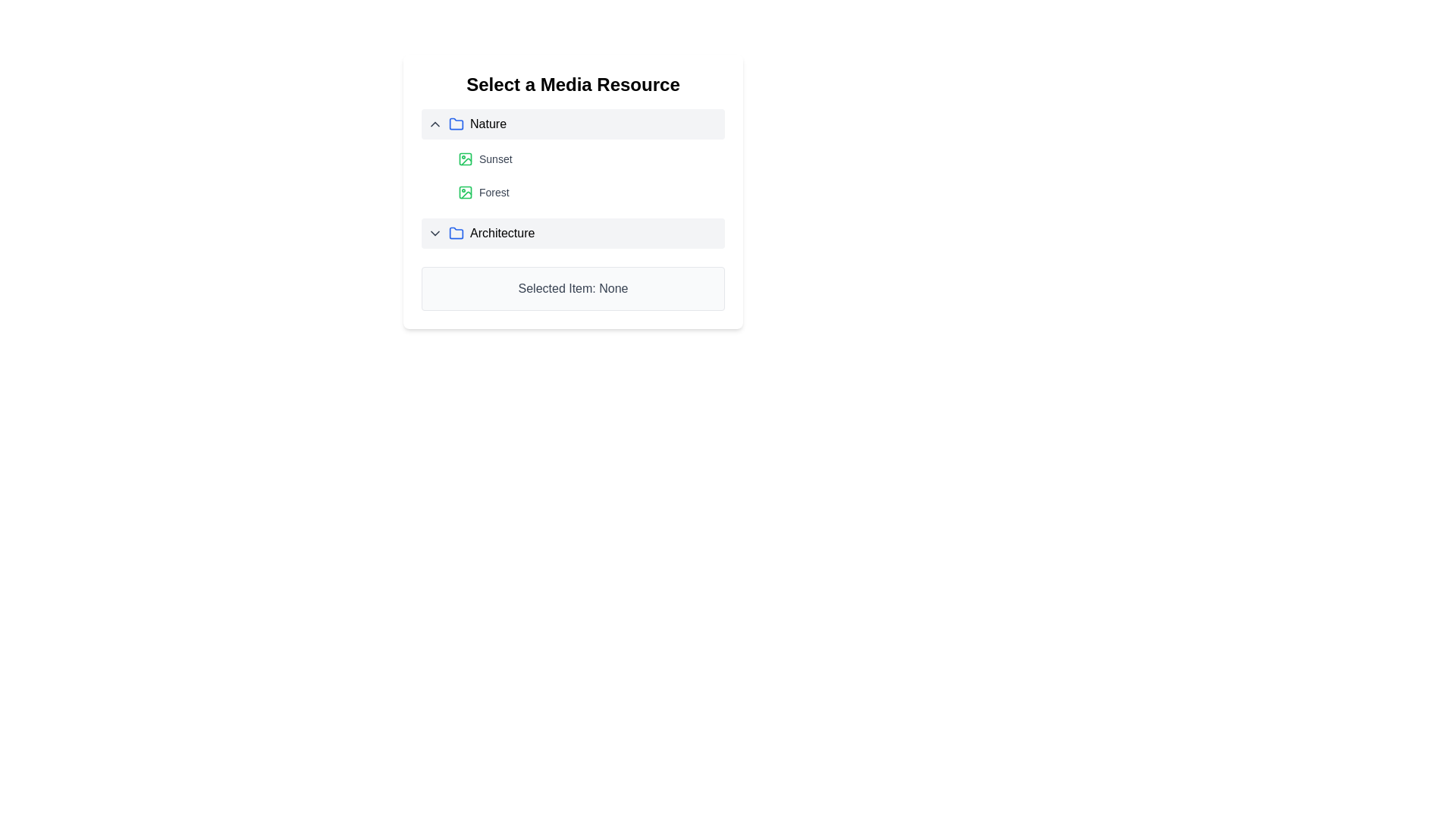 This screenshot has height=819, width=1456. Describe the element at coordinates (572, 171) in the screenshot. I see `the 'Forest' item in the vertical list of selectable items under the 'Nature' category` at that location.